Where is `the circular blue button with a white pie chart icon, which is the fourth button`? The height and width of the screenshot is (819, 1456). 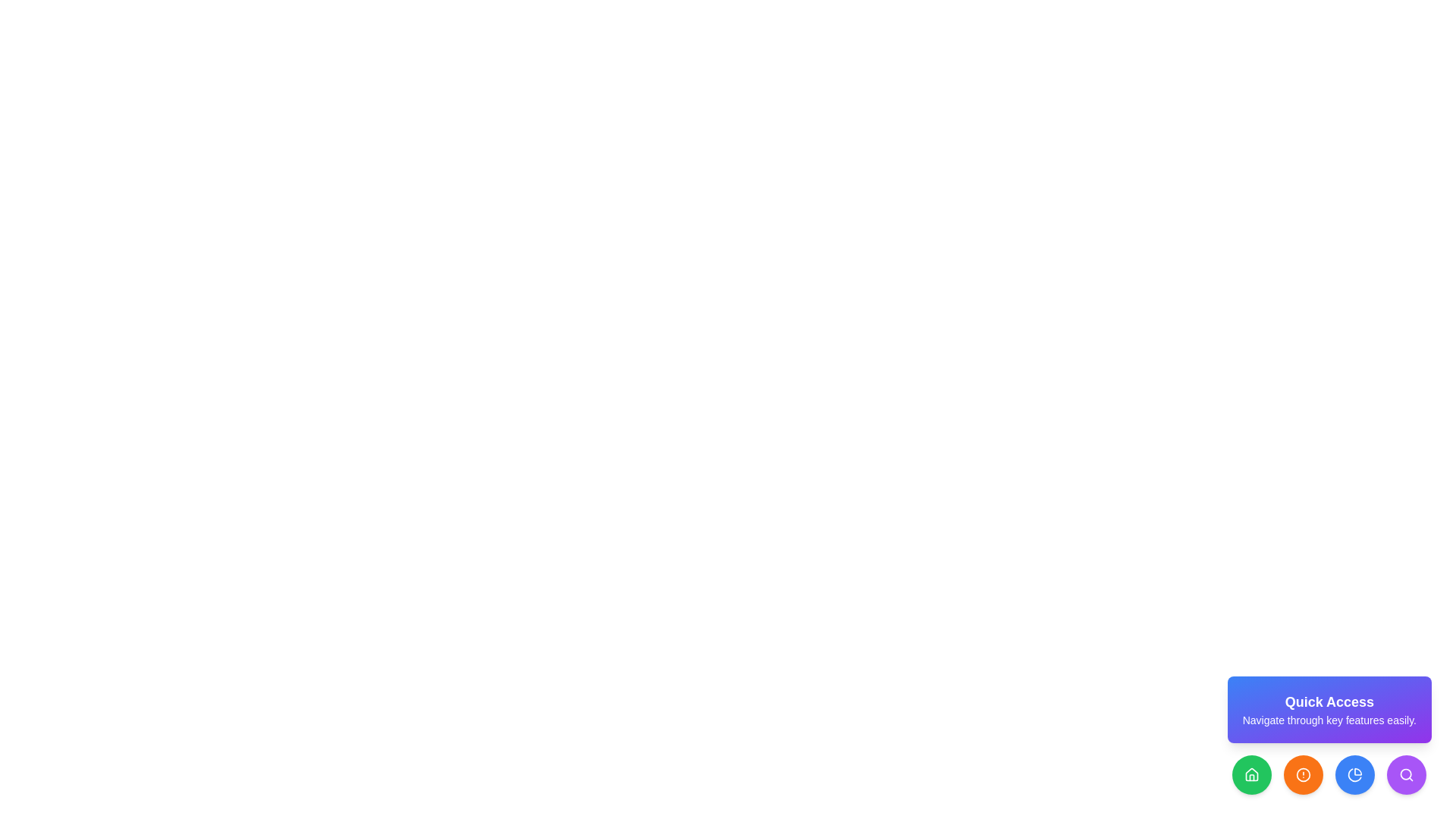 the circular blue button with a white pie chart icon, which is the fourth button is located at coordinates (1355, 775).